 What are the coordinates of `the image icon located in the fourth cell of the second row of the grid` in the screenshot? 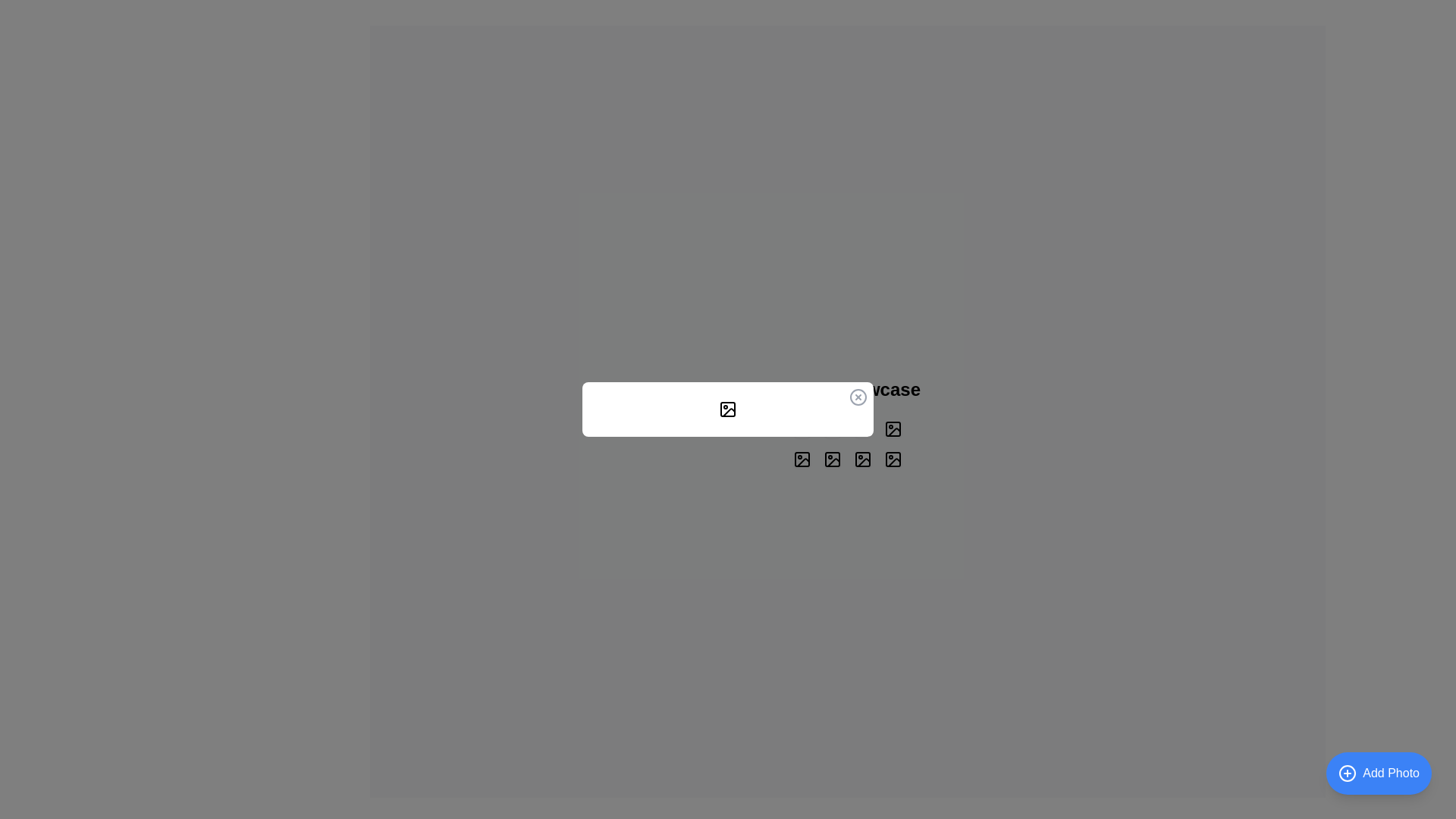 It's located at (801, 458).